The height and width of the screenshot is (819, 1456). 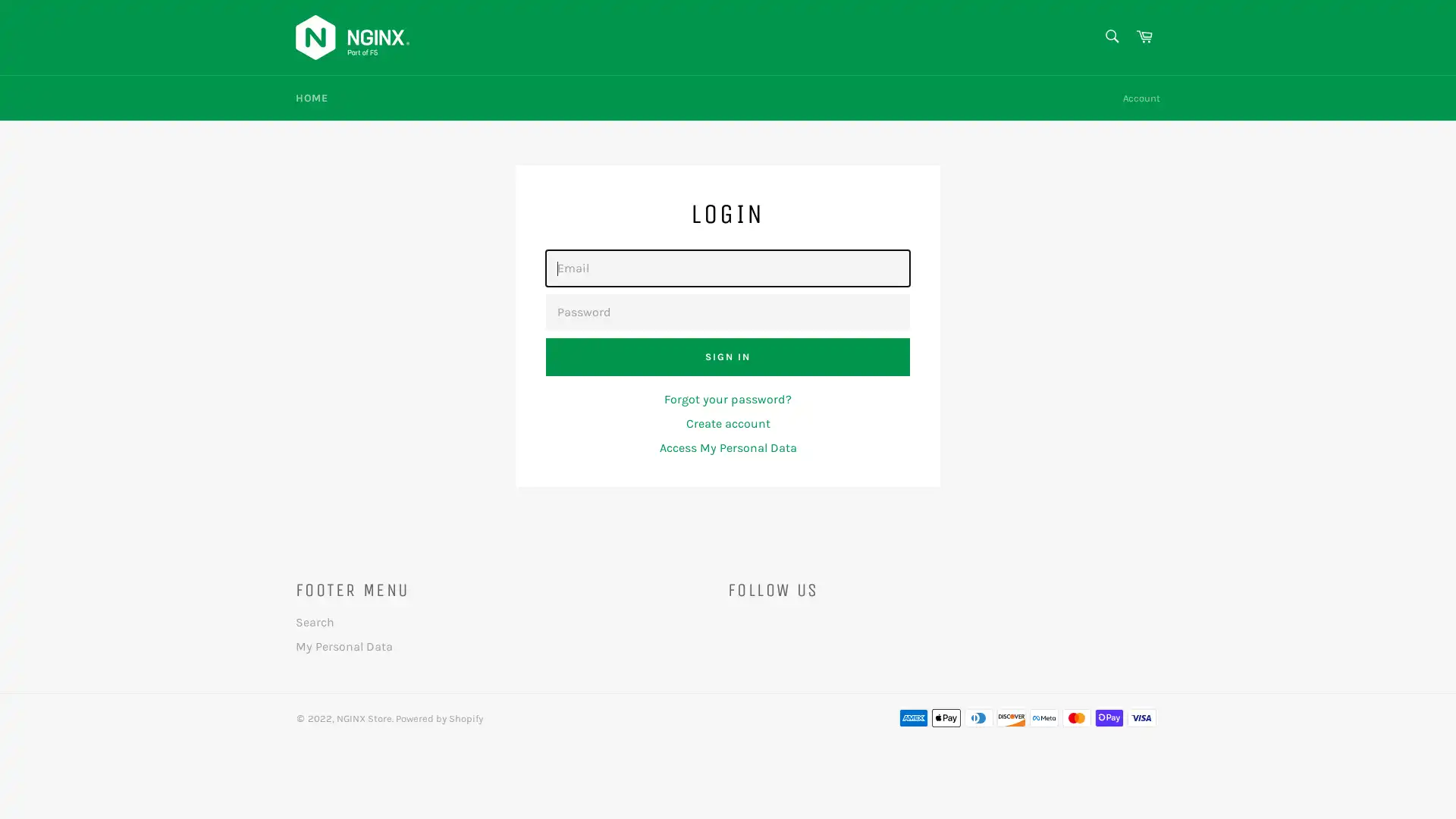 I want to click on Search, so click(x=1110, y=35).